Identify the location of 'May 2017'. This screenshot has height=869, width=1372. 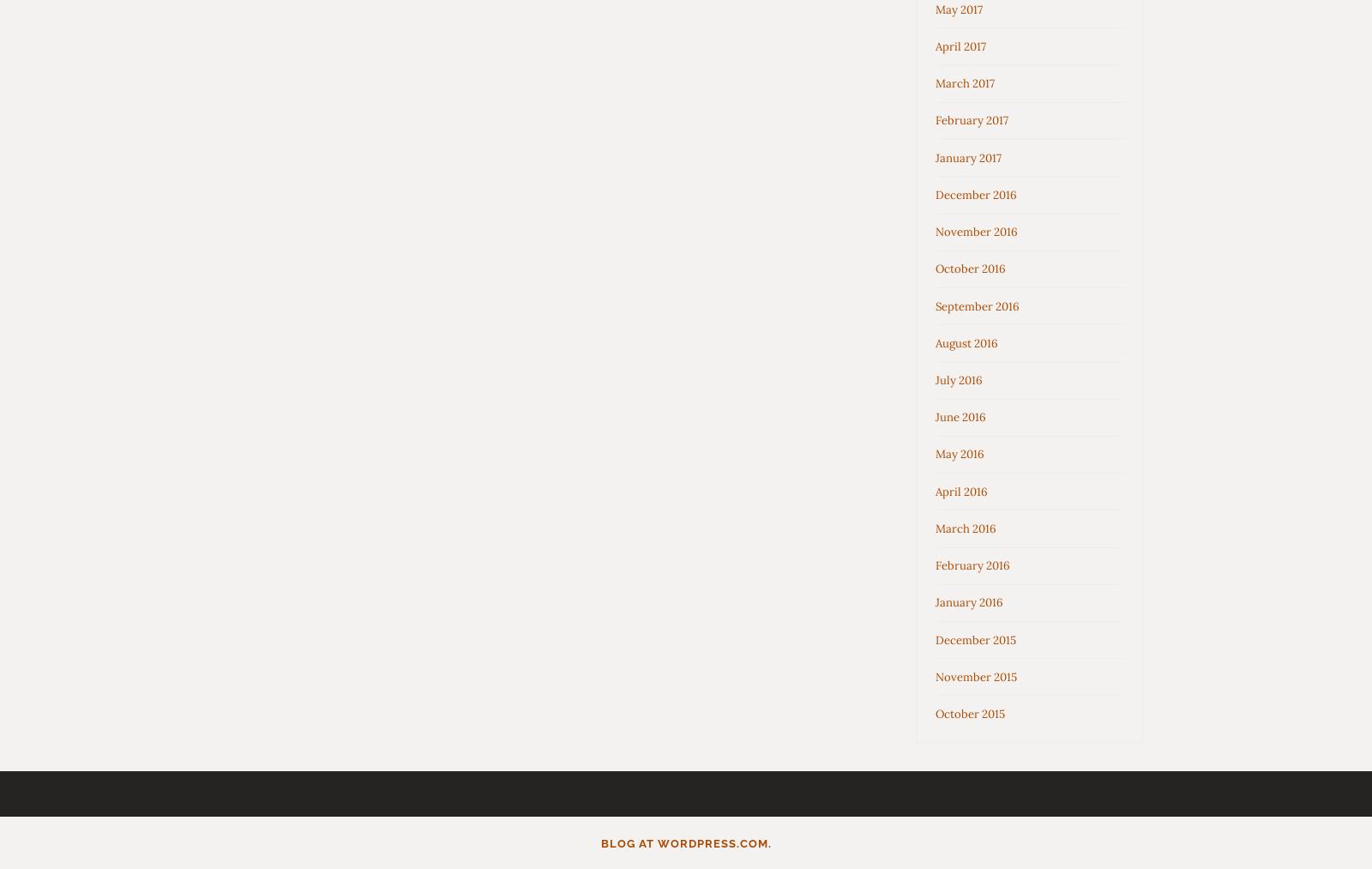
(959, 8).